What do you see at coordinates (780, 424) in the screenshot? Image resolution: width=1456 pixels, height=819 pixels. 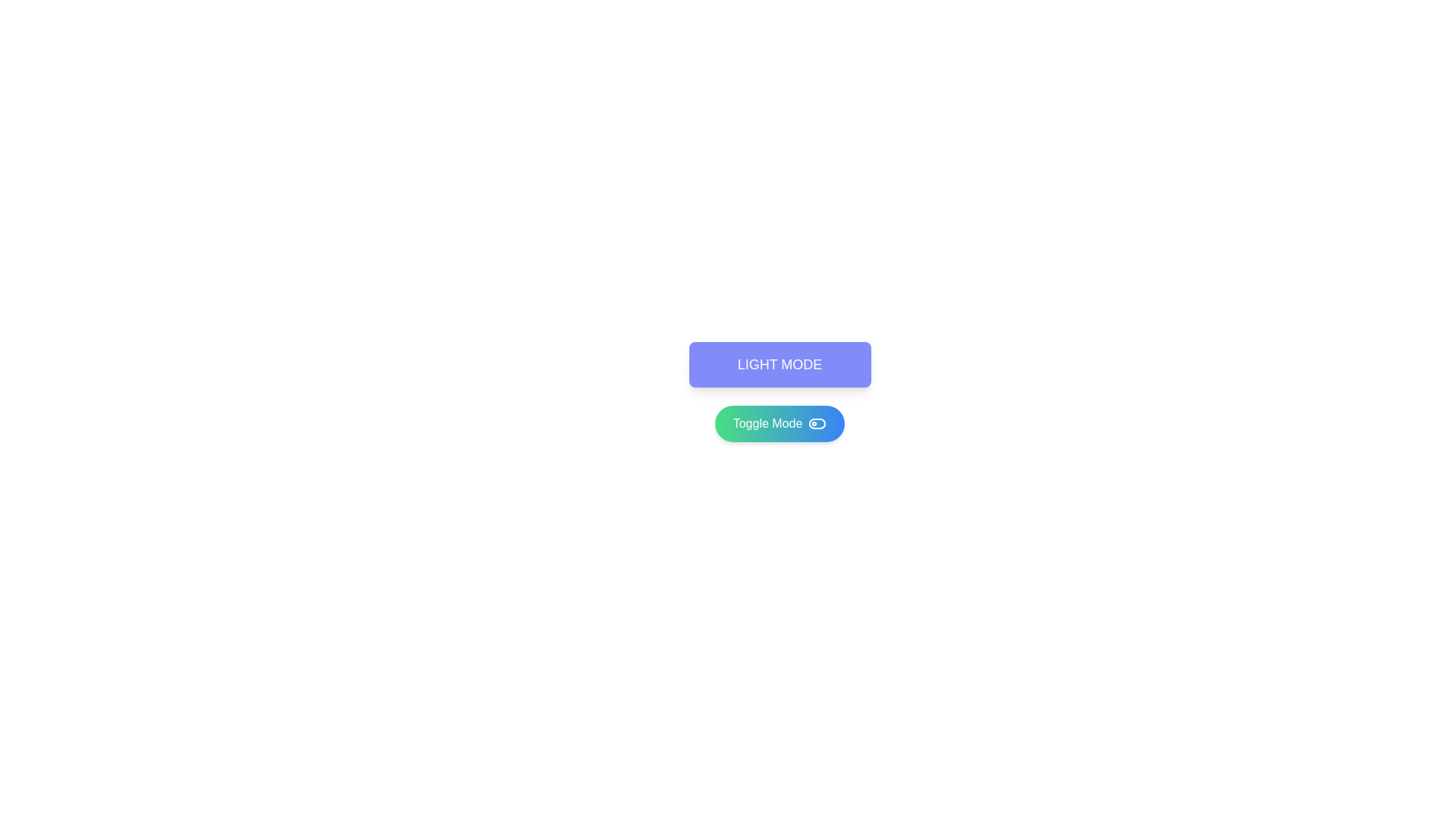 I see `'Toggle Mode' button to switch the mode` at bounding box center [780, 424].